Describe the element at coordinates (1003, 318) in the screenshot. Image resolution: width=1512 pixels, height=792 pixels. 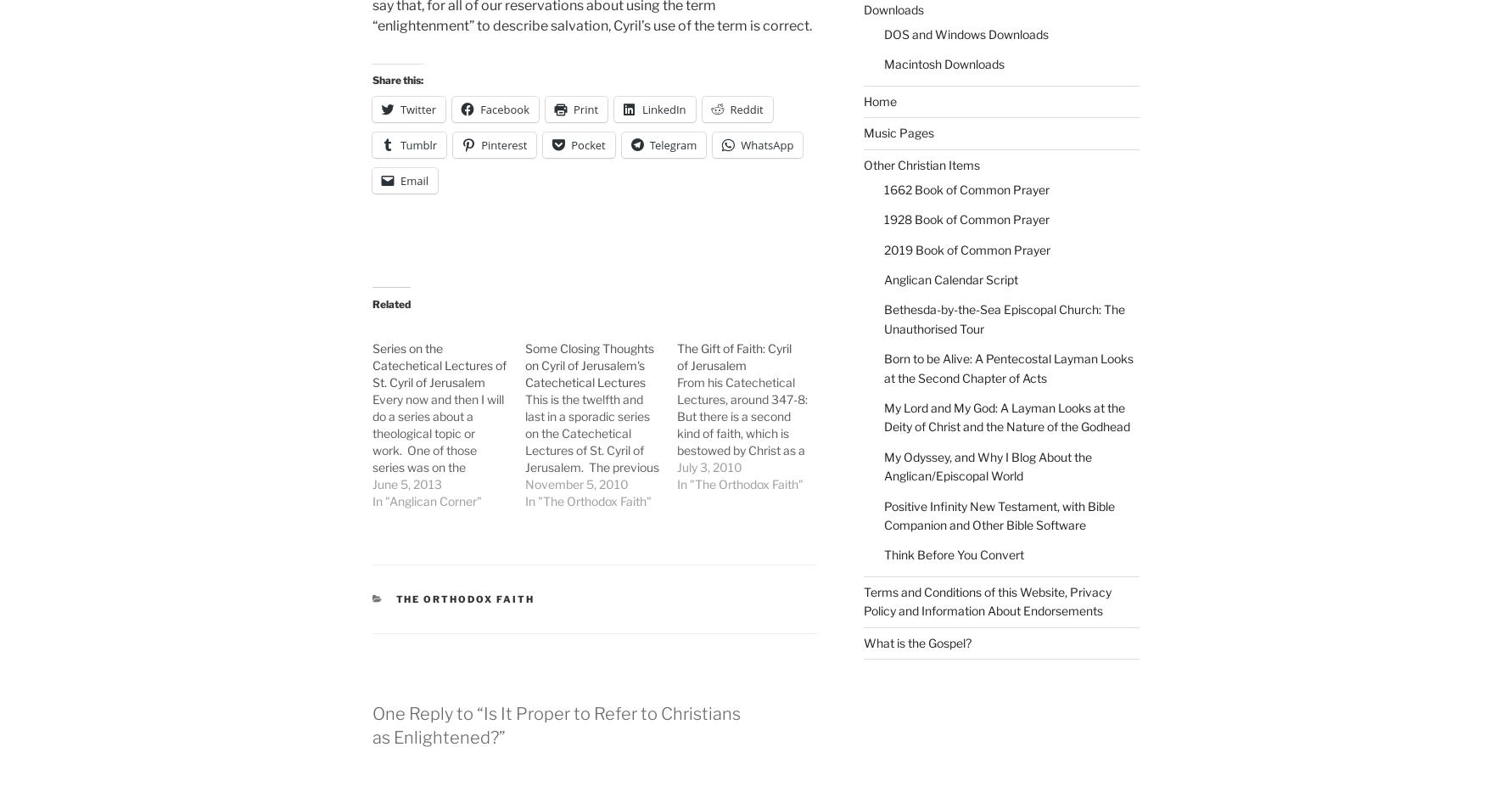
I see `'Bethesda-by-the-Sea Episcopal Church: The Unauthorised Tour'` at that location.